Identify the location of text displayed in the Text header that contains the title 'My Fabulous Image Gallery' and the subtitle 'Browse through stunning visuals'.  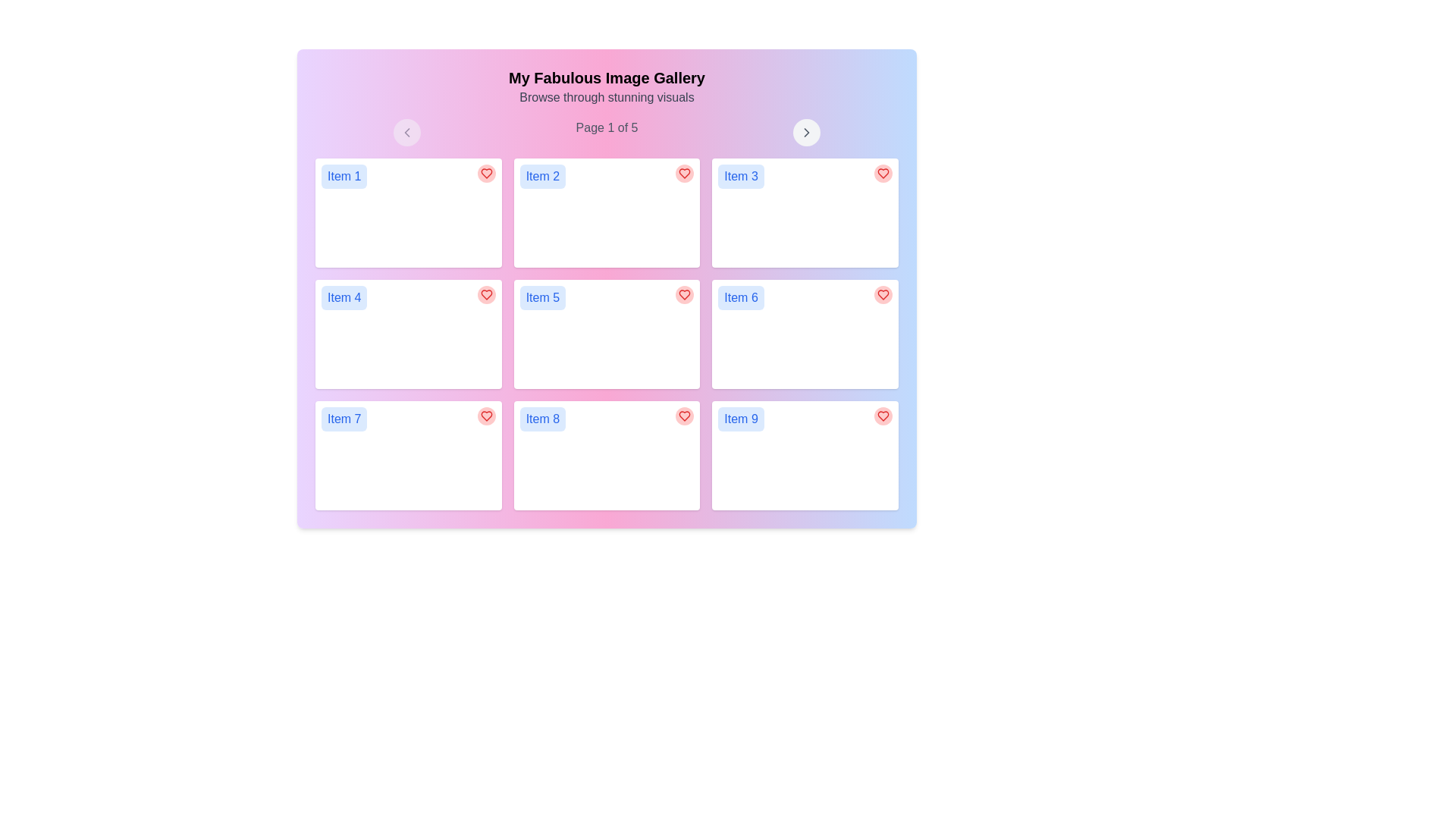
(607, 87).